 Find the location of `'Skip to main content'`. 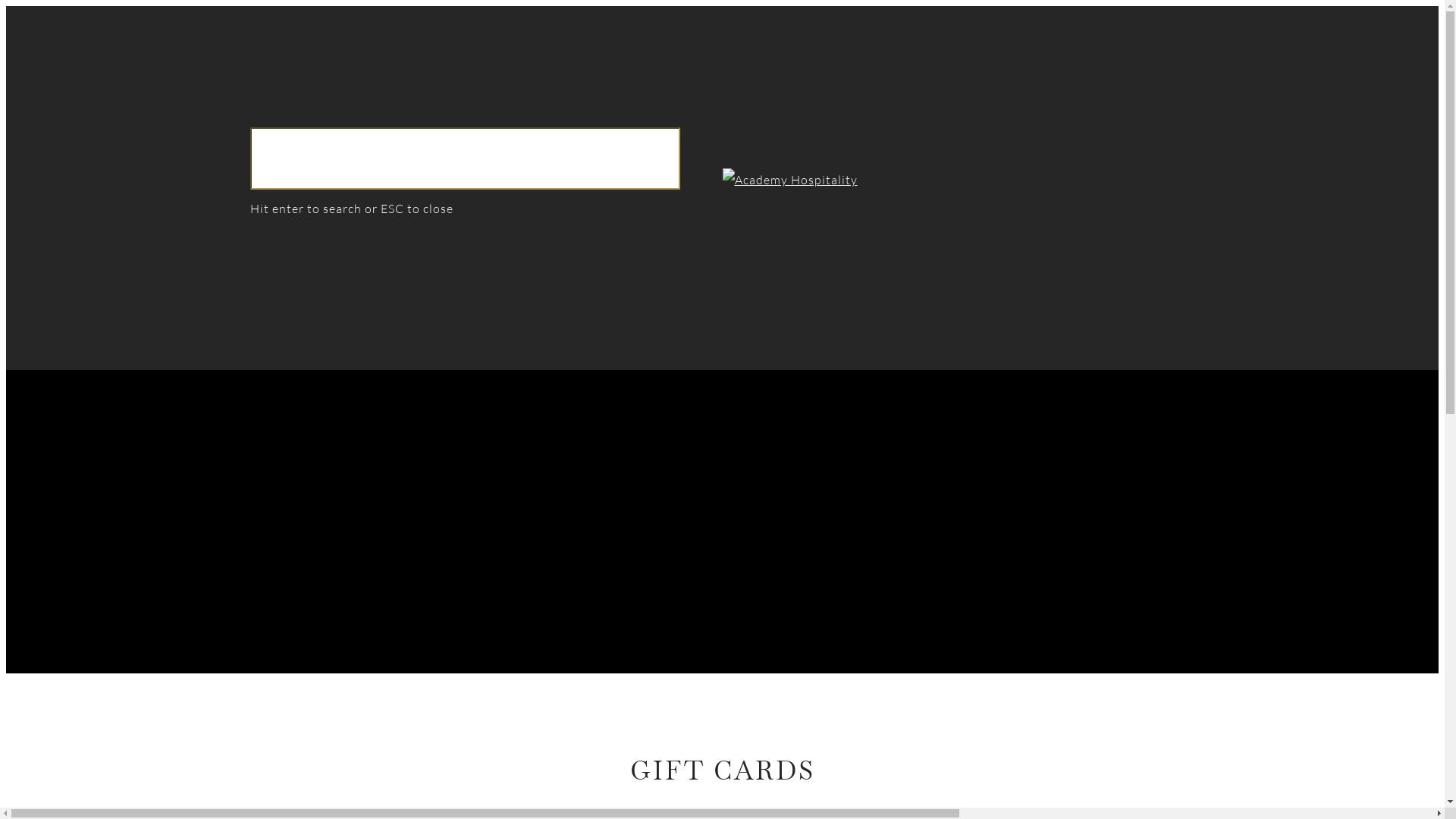

'Skip to main content' is located at coordinates (5, 5).